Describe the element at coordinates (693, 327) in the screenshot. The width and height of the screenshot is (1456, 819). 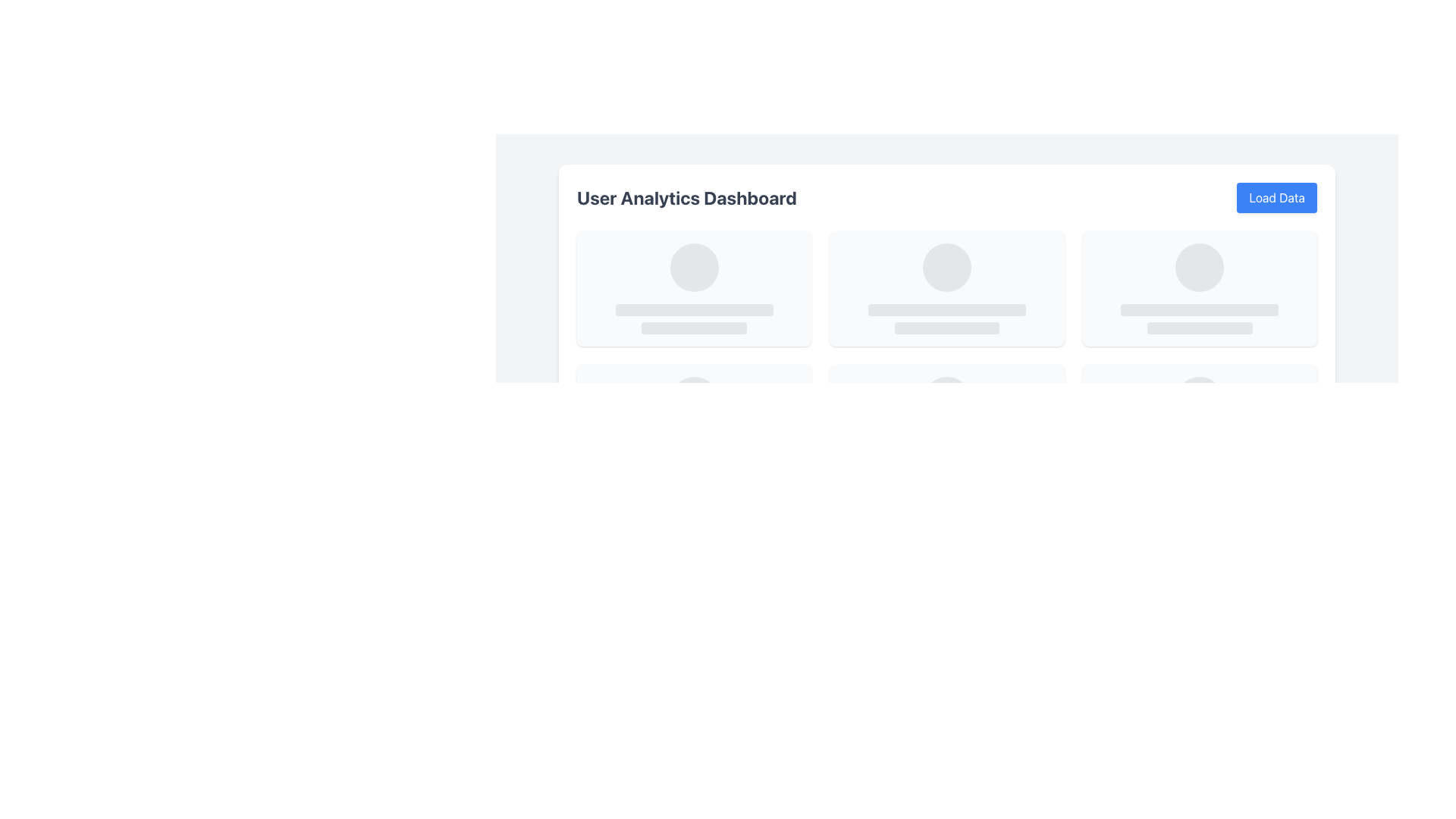
I see `the Placeholder bar, which is a horizontally rectangular gray bar with rounded edges located below a circular placeholder image within the profile structure` at that location.